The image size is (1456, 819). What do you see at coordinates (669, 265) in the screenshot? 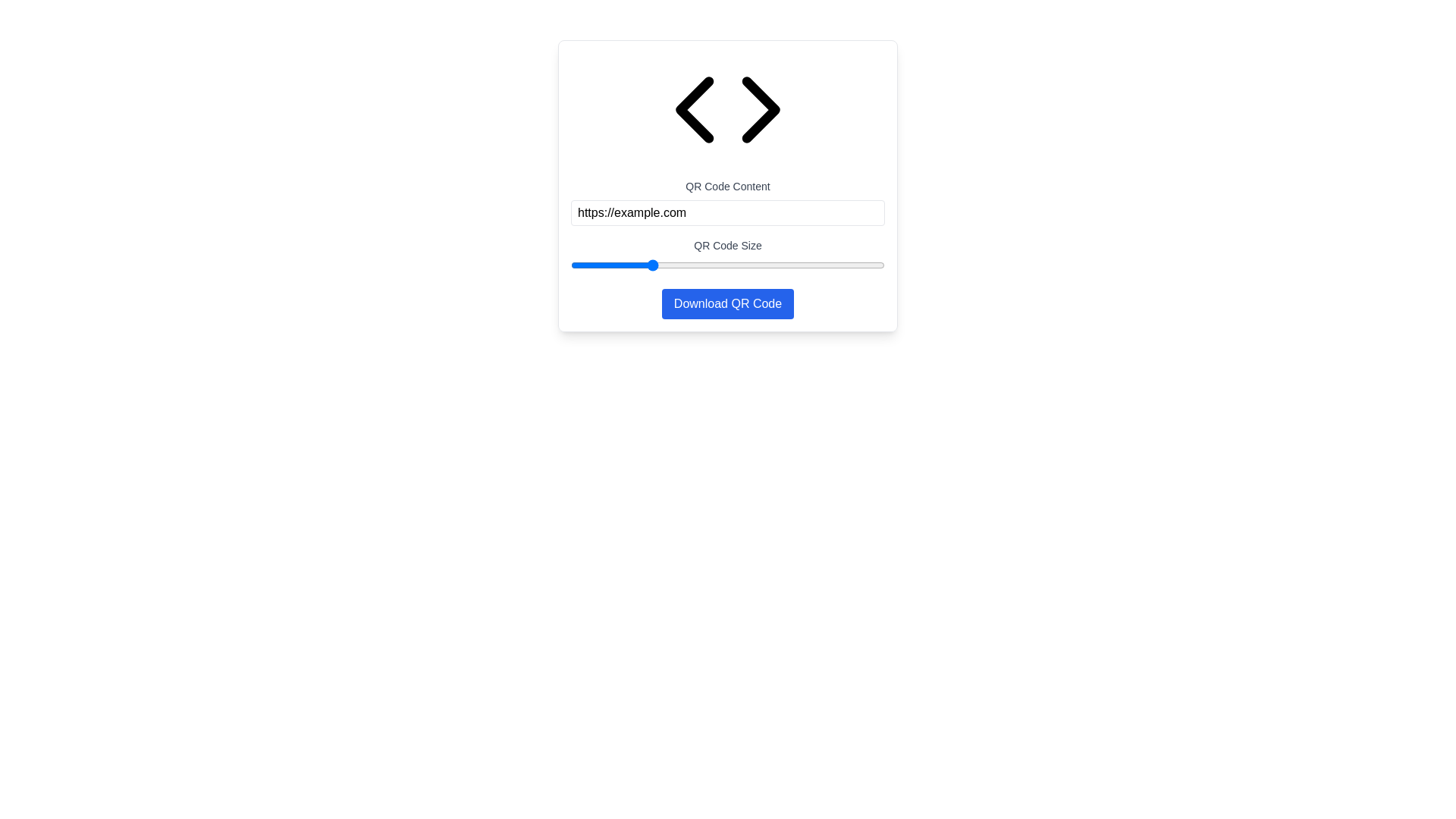
I see `the QR code size` at bounding box center [669, 265].